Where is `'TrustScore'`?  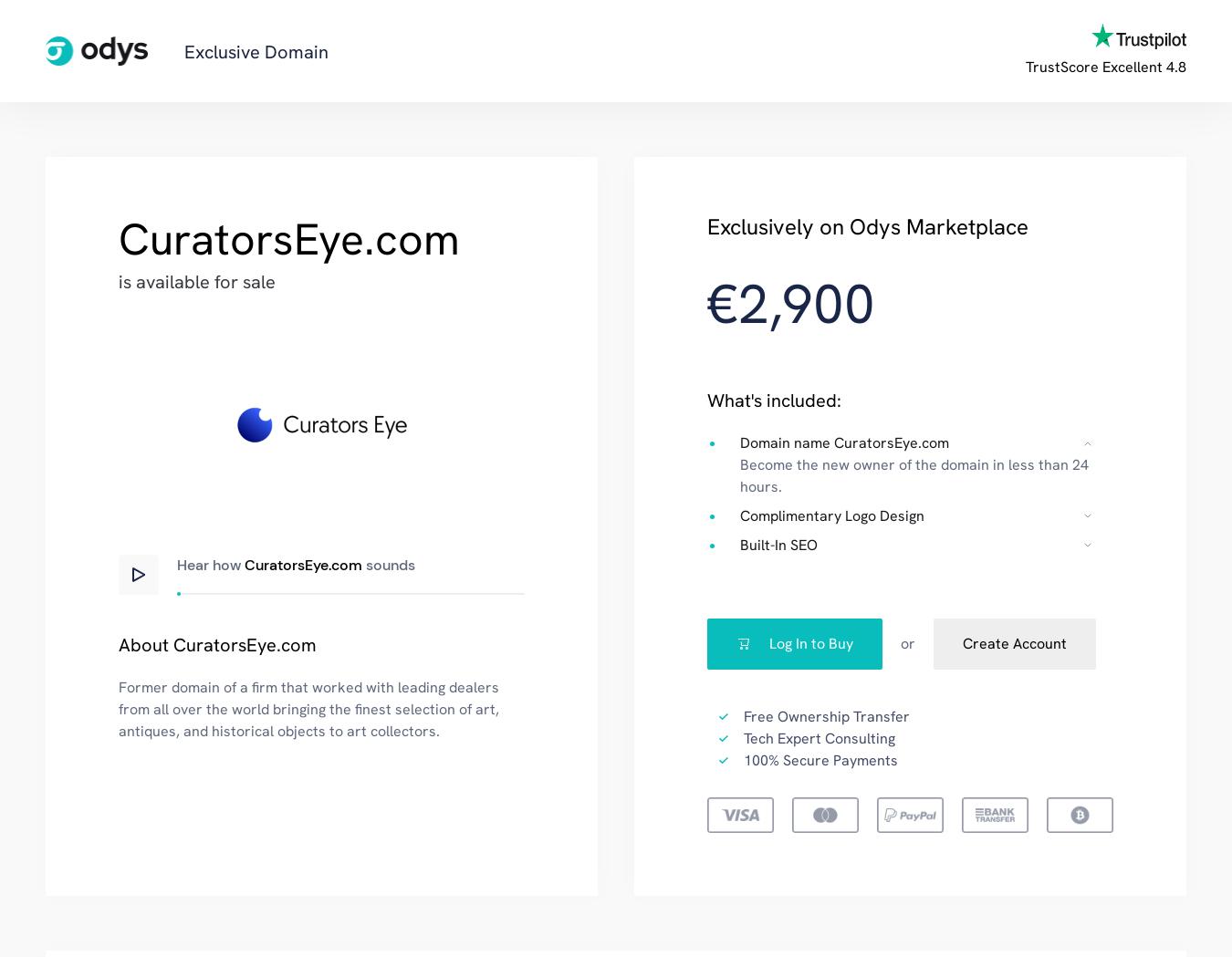
'TrustScore' is located at coordinates (1060, 67).